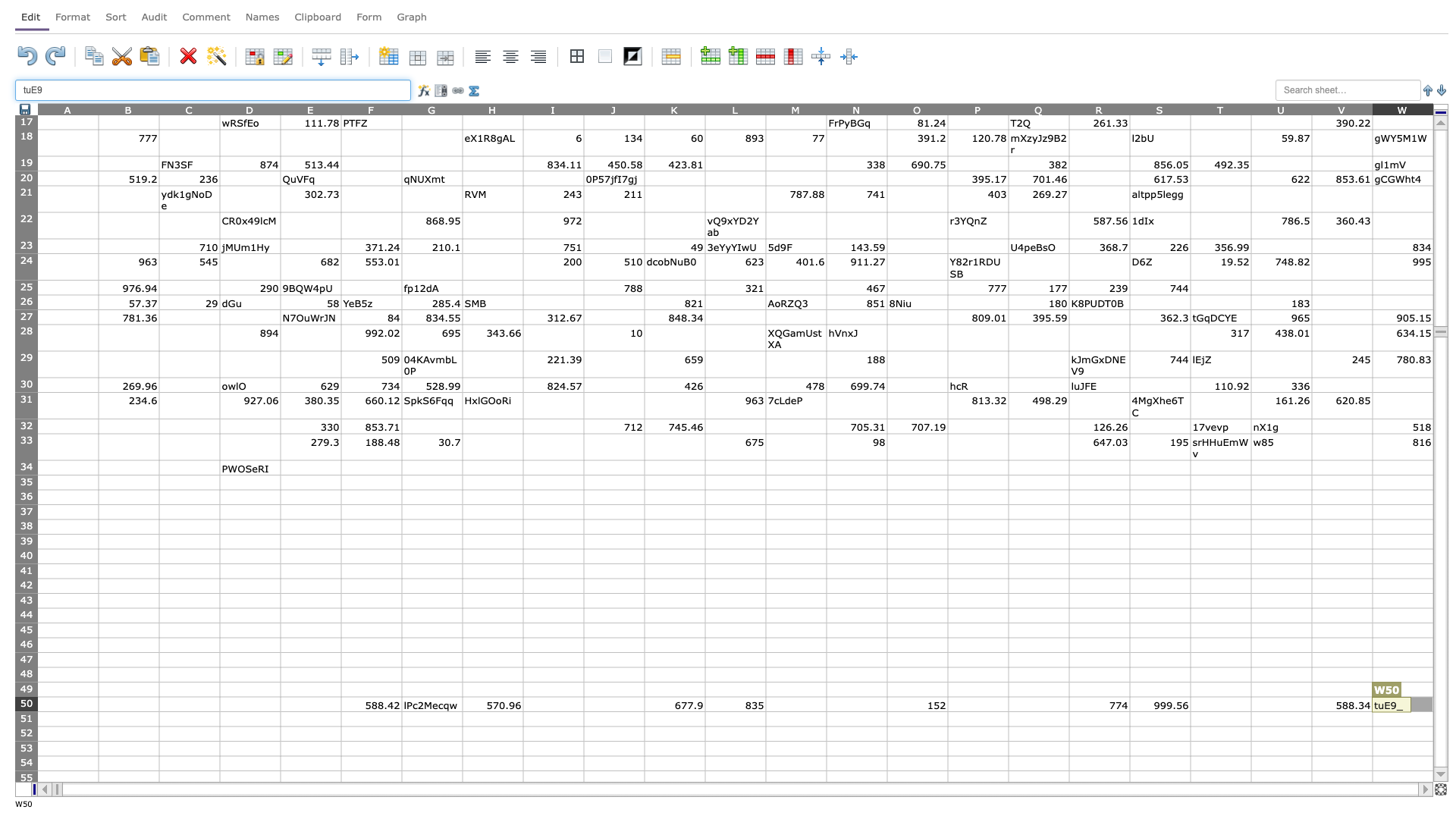 The width and height of the screenshot is (1456, 819). What do you see at coordinates (340, 711) in the screenshot?
I see `Upper left of F51` at bounding box center [340, 711].